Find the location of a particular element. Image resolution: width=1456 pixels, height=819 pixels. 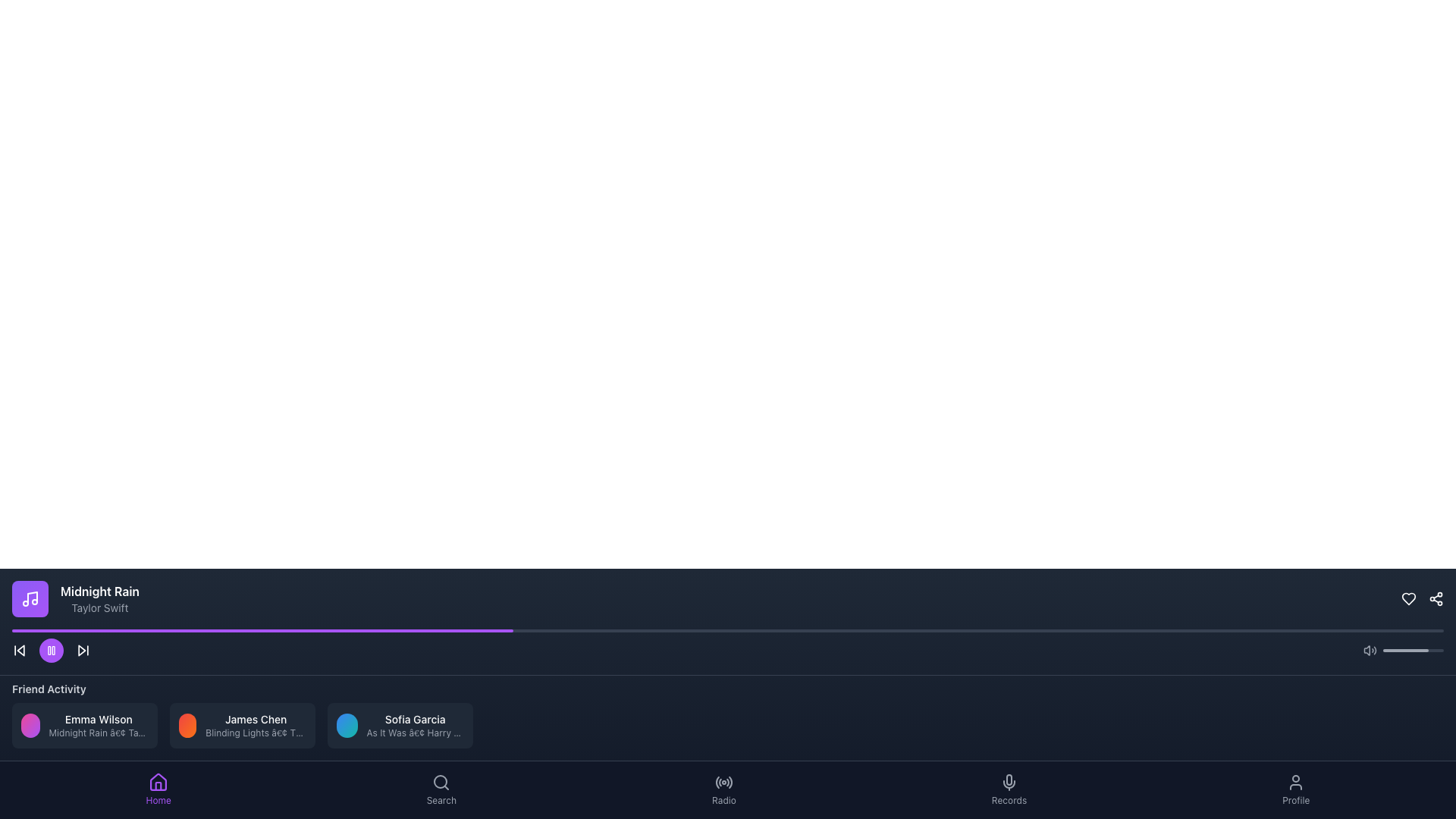

the line segment styled with a rounded edge within the SVG graphic that is part of a circular structure in the bottom navigation menu is located at coordinates (717, 783).